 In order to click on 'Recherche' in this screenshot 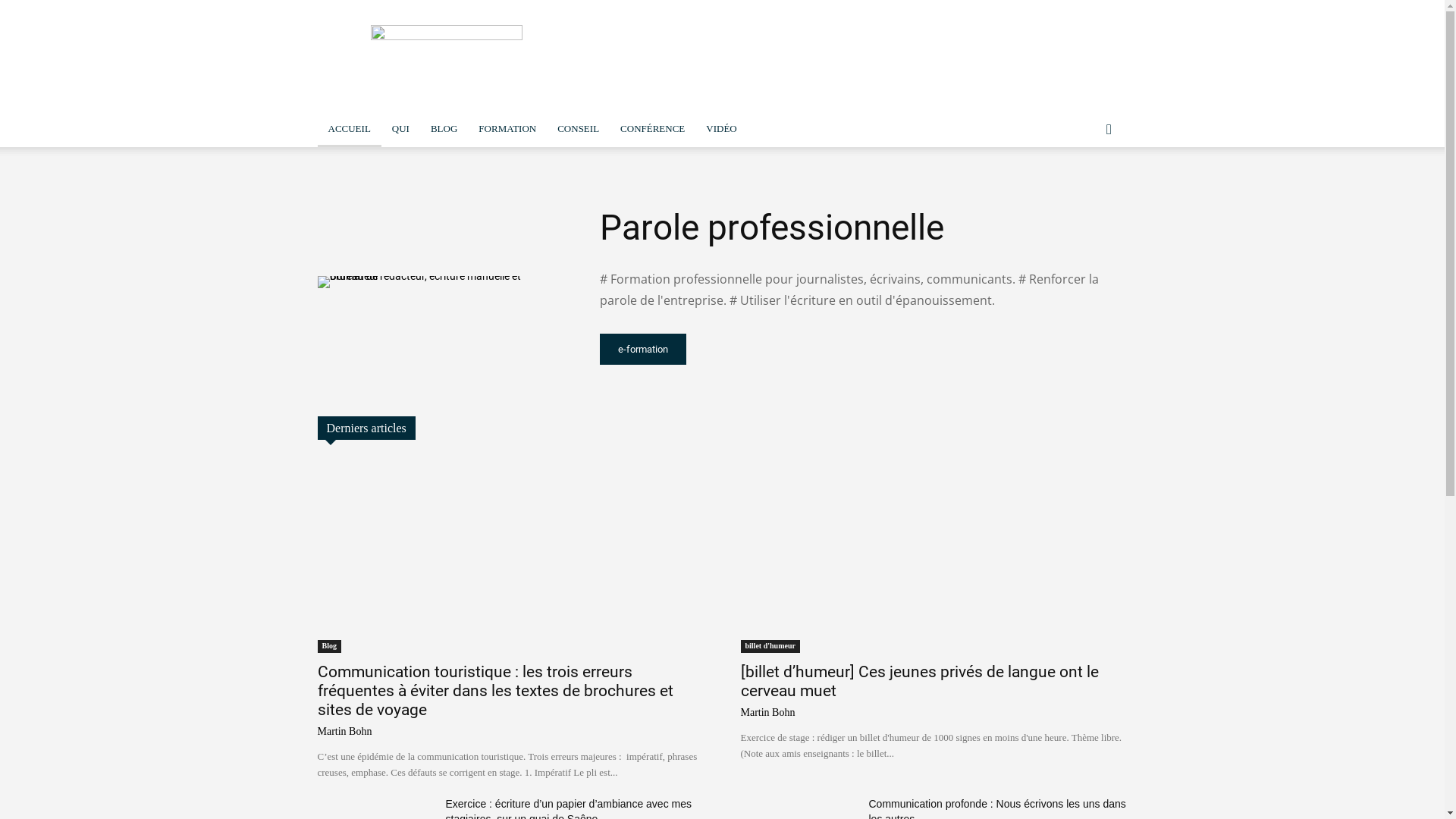, I will do `click(1076, 189)`.